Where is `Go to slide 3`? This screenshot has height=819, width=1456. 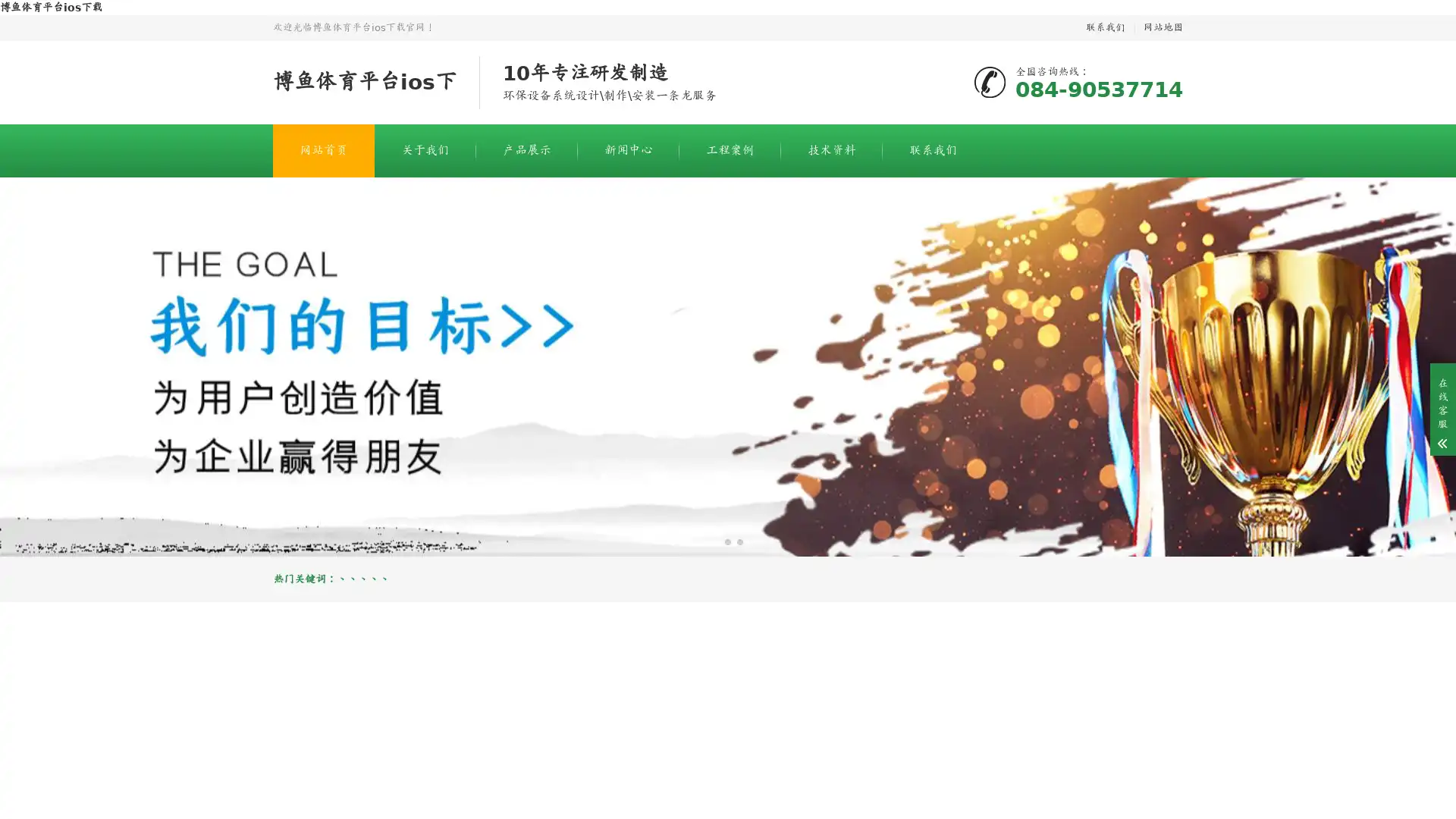 Go to slide 3 is located at coordinates (739, 541).